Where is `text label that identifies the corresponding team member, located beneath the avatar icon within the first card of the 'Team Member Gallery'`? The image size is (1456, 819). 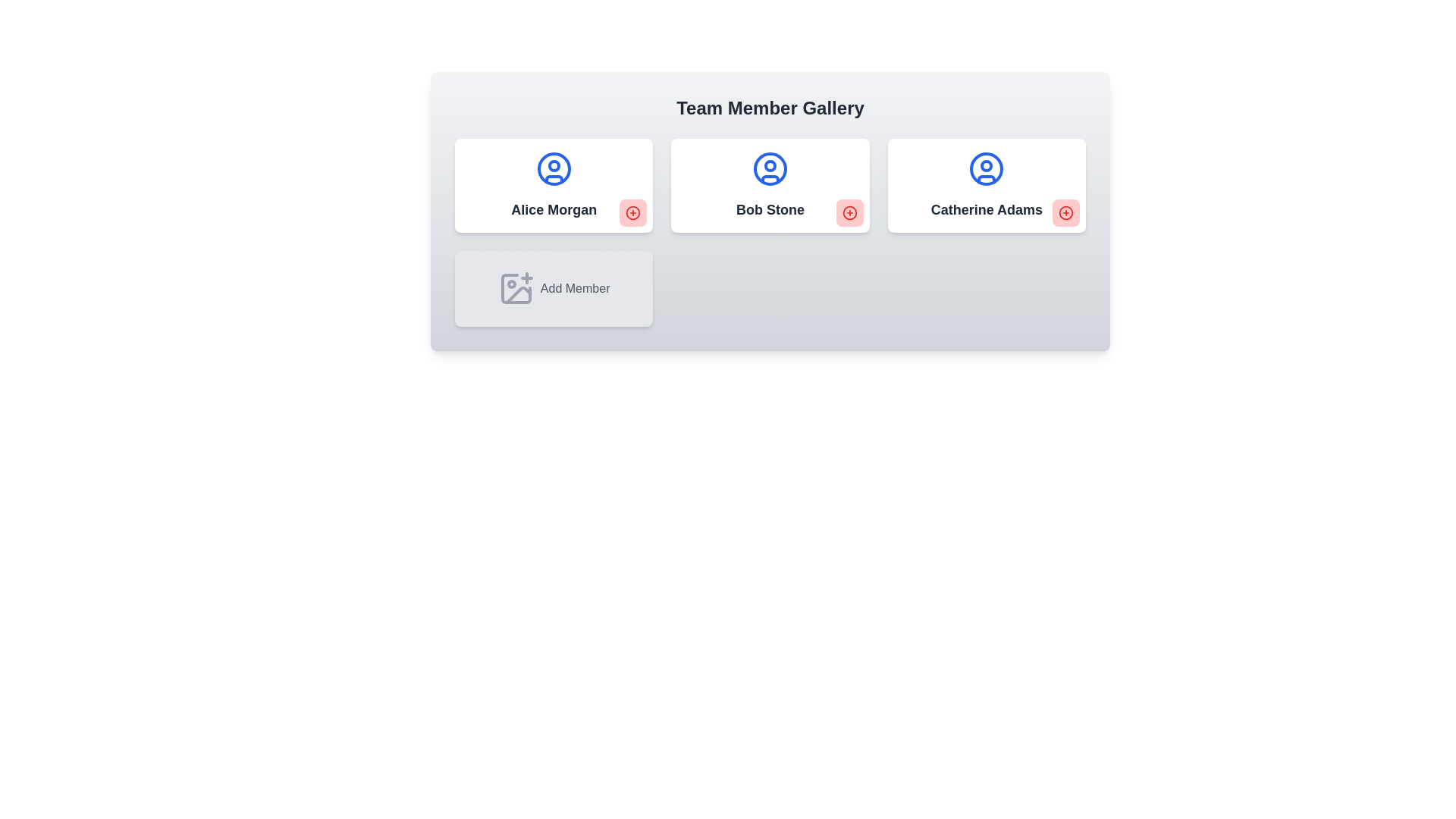
text label that identifies the corresponding team member, located beneath the avatar icon within the first card of the 'Team Member Gallery' is located at coordinates (553, 210).